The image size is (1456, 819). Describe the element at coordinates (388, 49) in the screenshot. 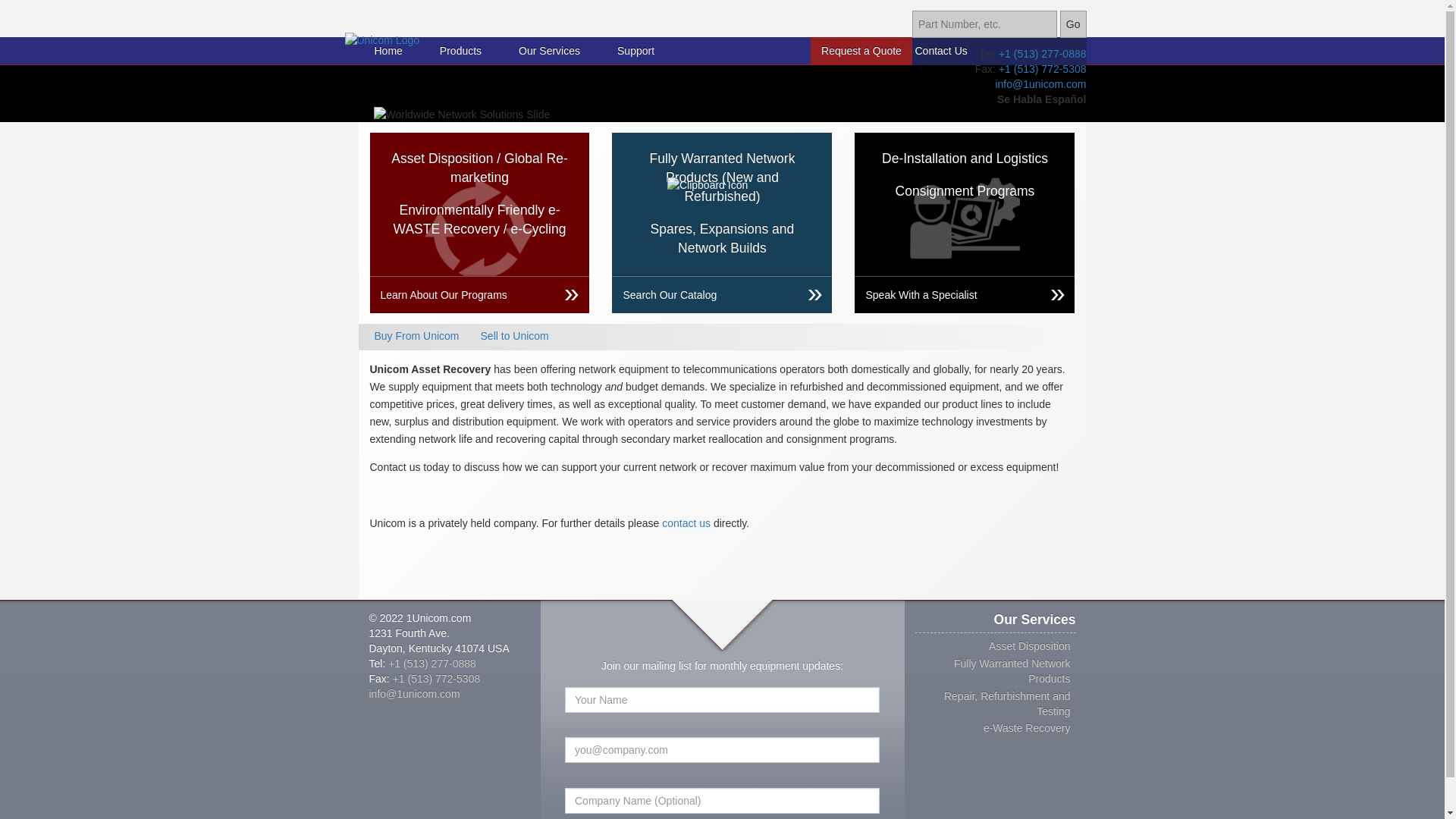

I see `'Home'` at that location.